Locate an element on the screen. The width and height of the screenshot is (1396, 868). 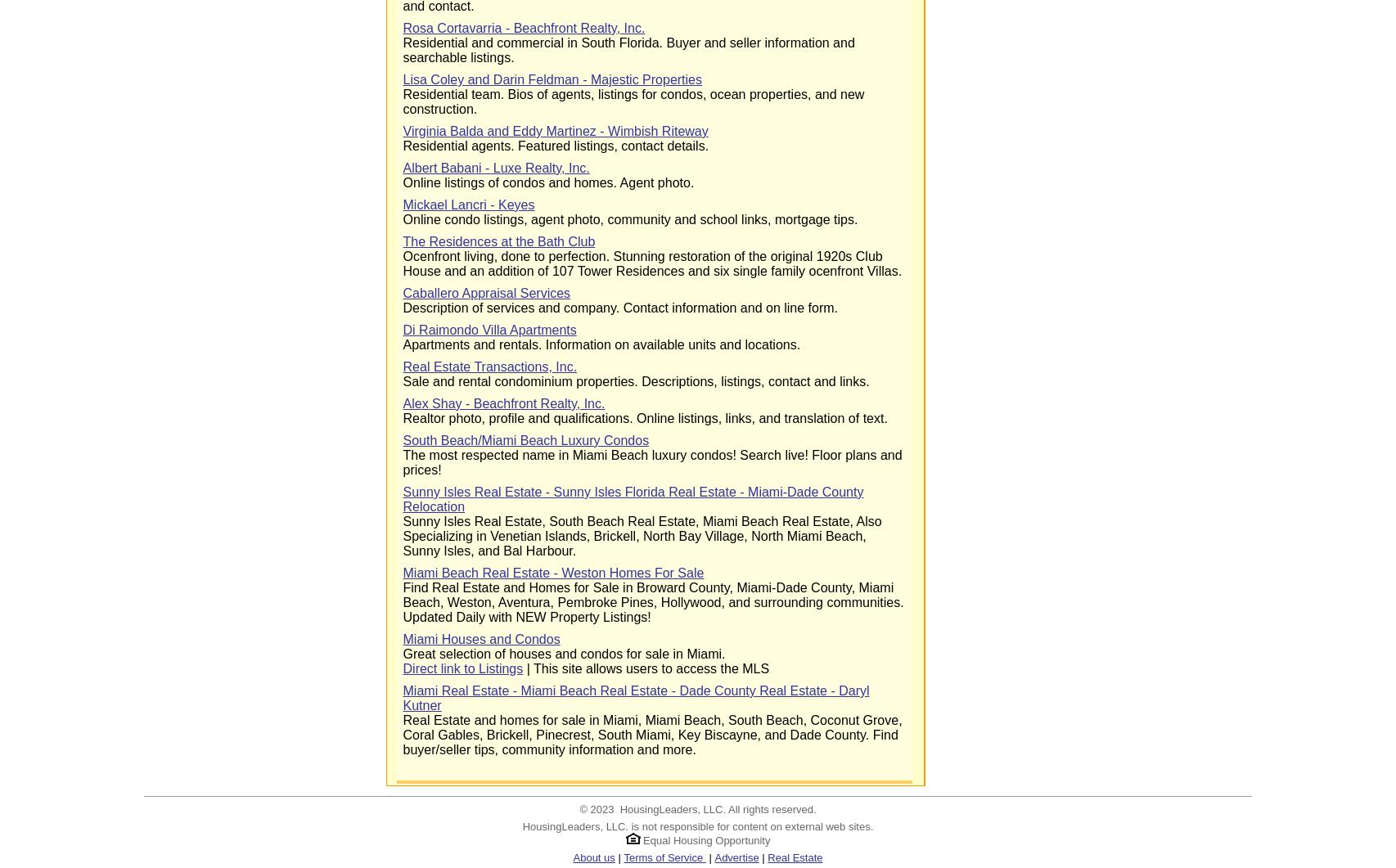
'HousingLeaders, LLC. is not responsible for content on external web sites.' is located at coordinates (696, 825).